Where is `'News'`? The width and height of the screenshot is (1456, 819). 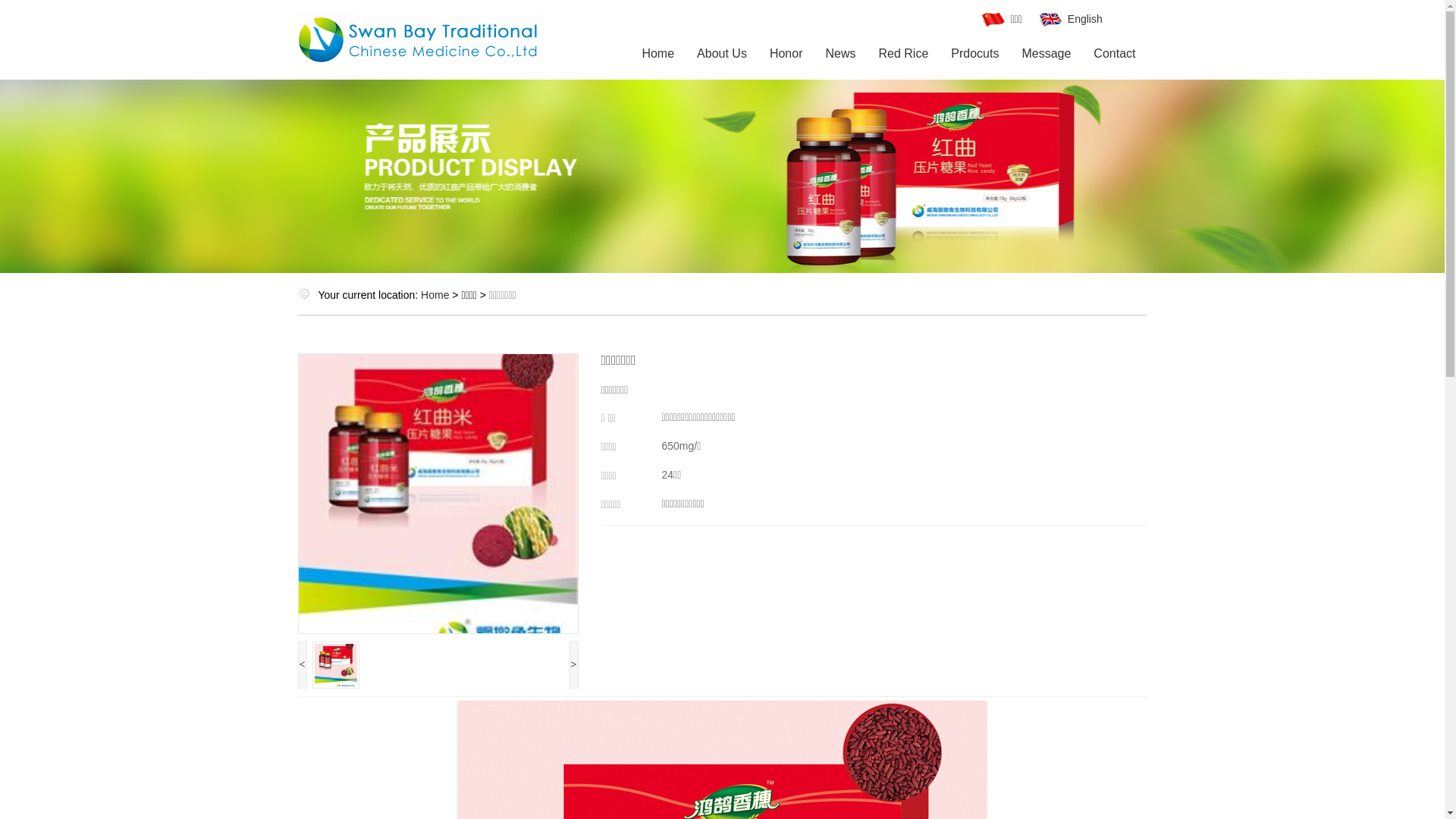
'News' is located at coordinates (839, 52).